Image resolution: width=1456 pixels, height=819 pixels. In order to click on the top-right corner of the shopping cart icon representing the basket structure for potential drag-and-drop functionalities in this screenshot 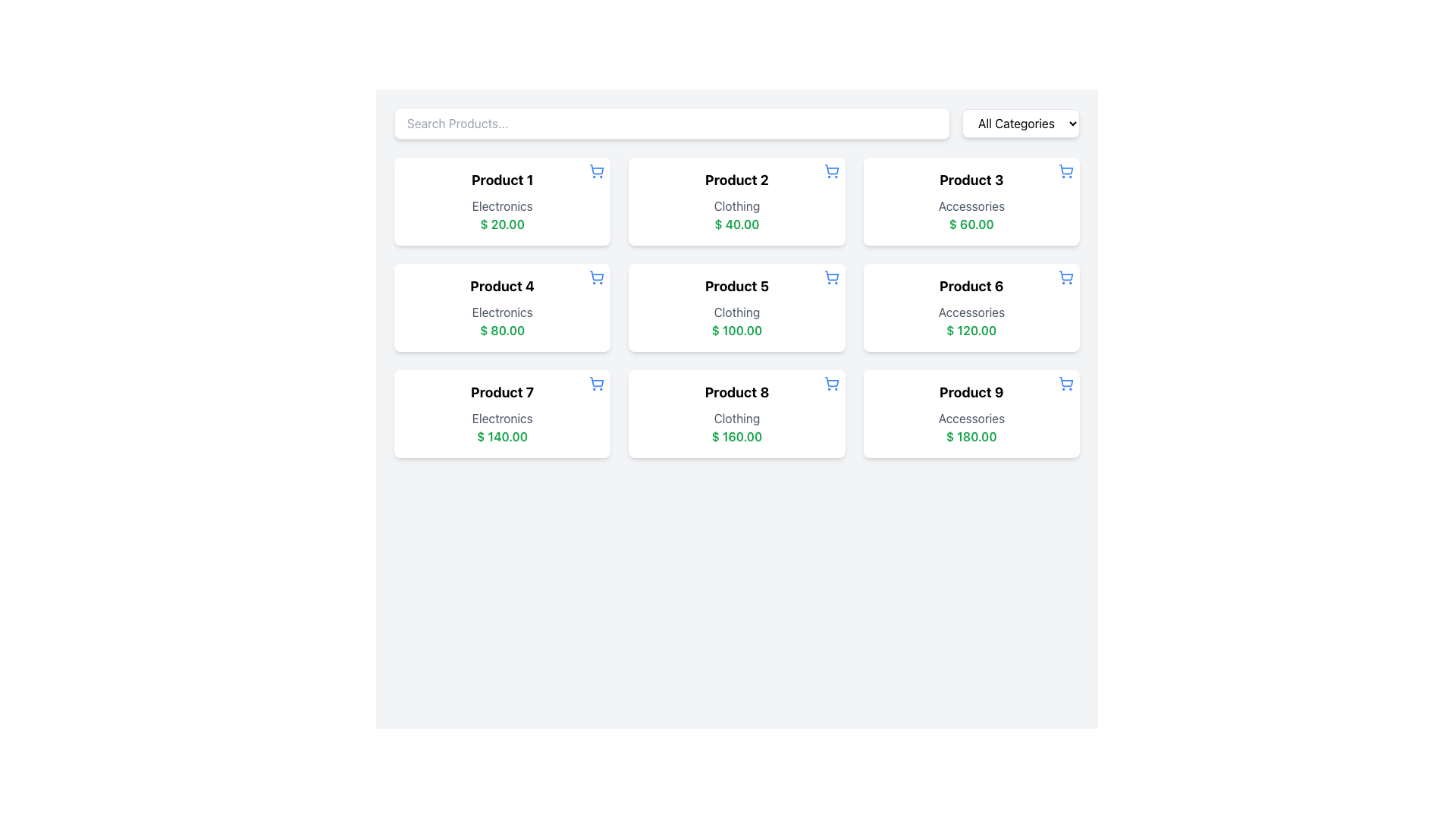, I will do `click(1065, 169)`.